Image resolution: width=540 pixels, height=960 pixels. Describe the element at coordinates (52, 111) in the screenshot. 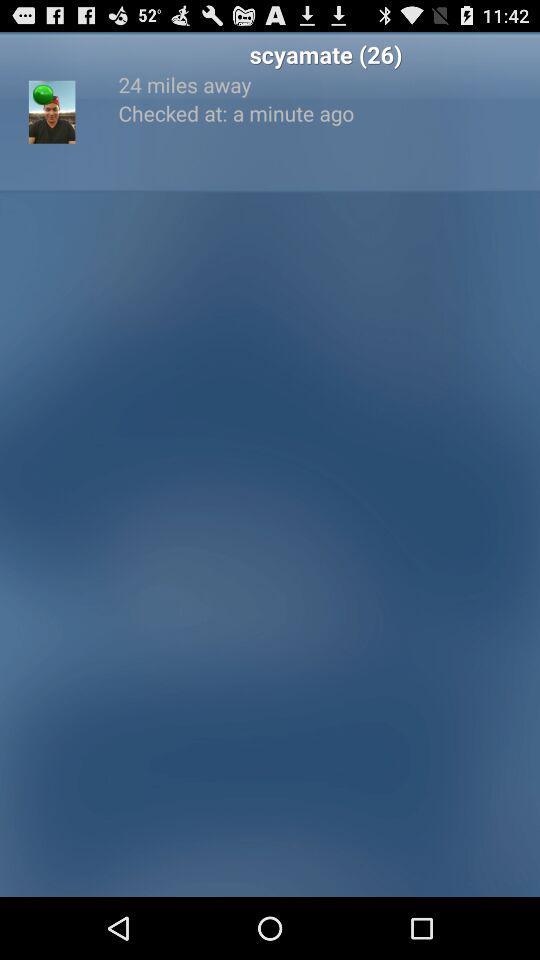

I see `icon next to the 24 miles away icon` at that location.